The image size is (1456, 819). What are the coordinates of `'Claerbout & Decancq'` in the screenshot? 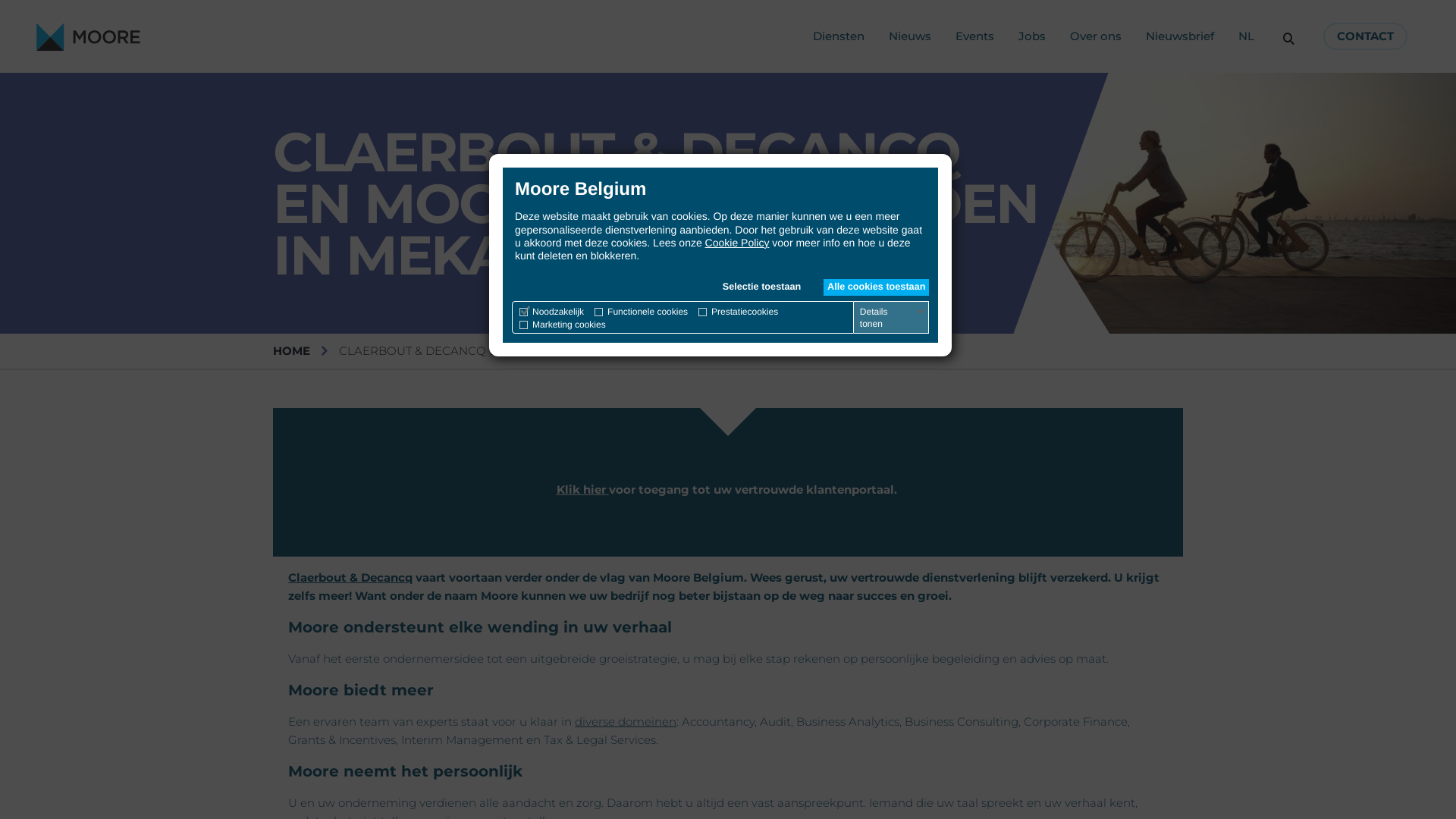 It's located at (349, 577).